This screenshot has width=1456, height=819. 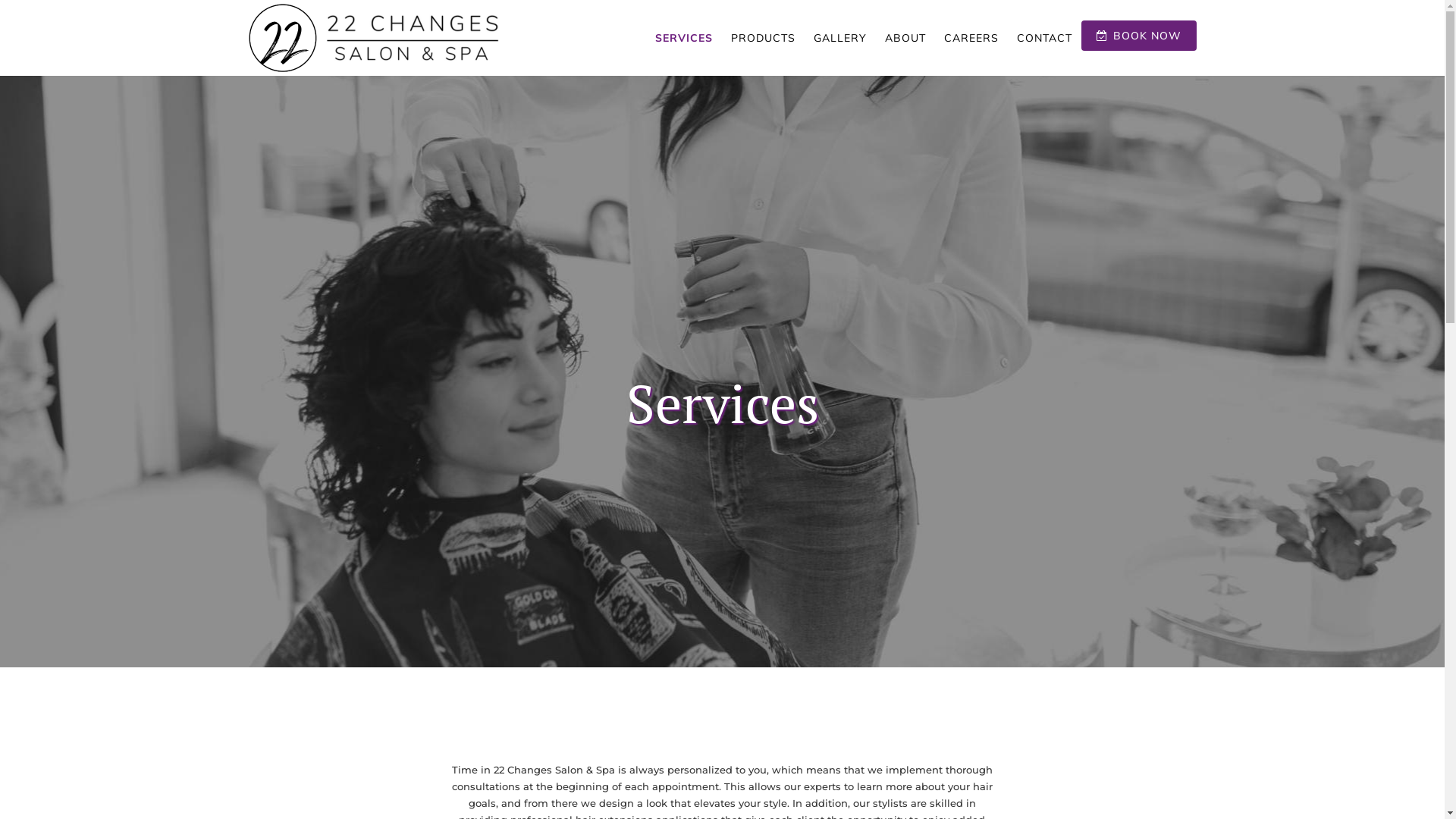 I want to click on 'GALLERY', so click(x=839, y=37).